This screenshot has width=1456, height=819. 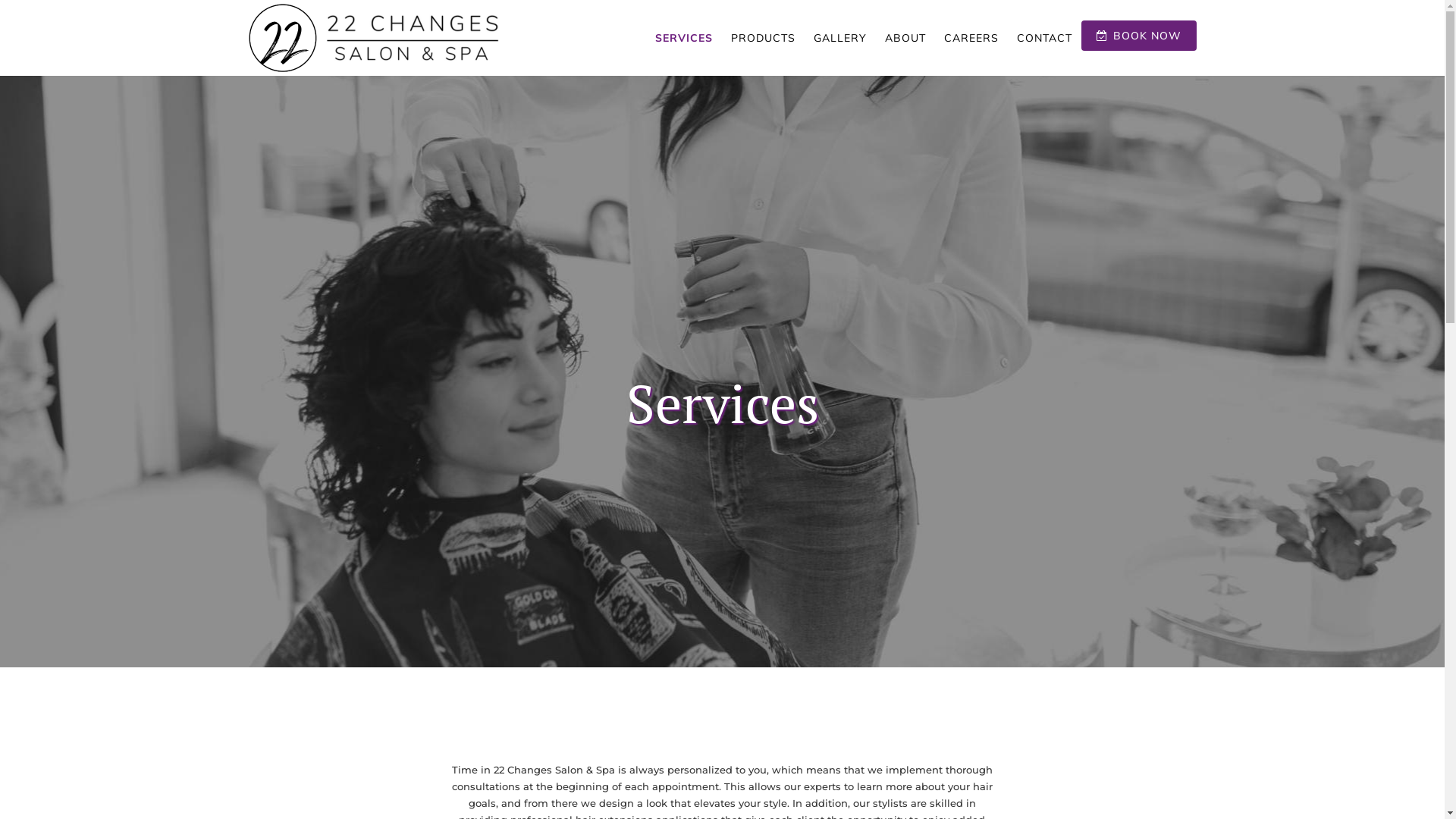 I want to click on 'GALLERY', so click(x=839, y=37).